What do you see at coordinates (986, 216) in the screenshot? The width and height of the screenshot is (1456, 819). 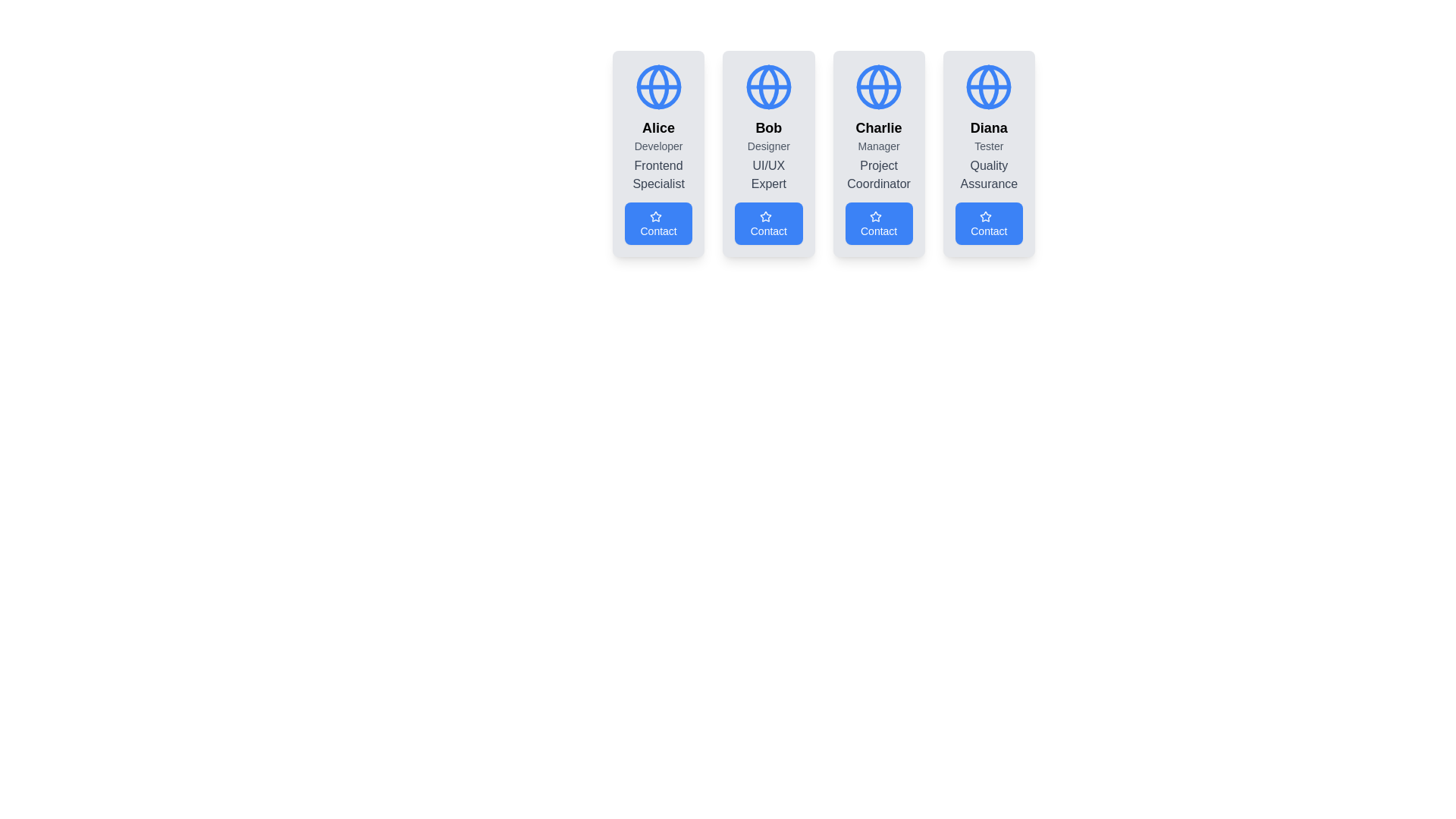 I see `the star icon, which serves as a visual indicator for marking items as favorites, located in the card for 'Diana' above the 'Contact' button` at bounding box center [986, 216].